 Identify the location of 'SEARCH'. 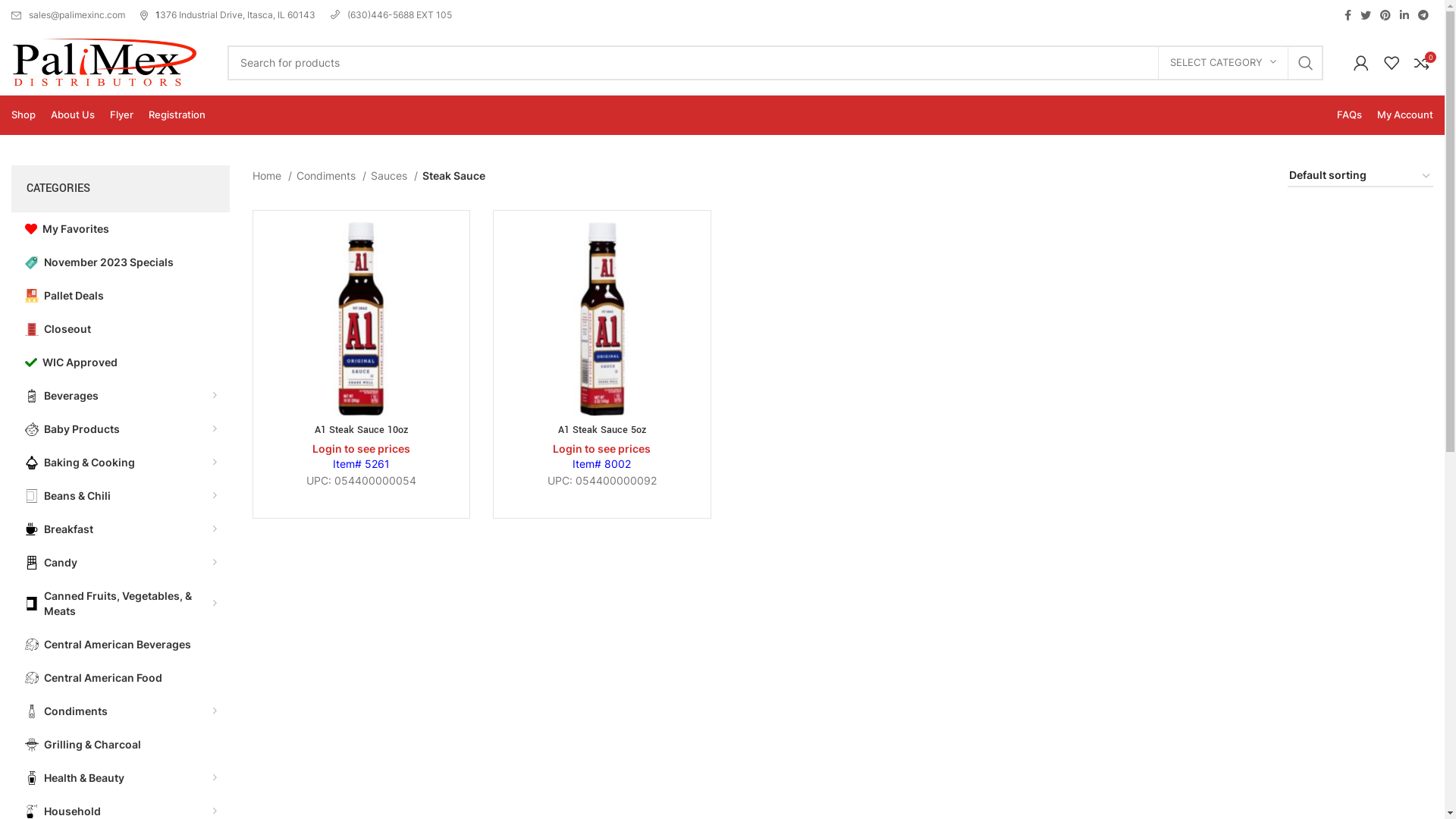
(1305, 62).